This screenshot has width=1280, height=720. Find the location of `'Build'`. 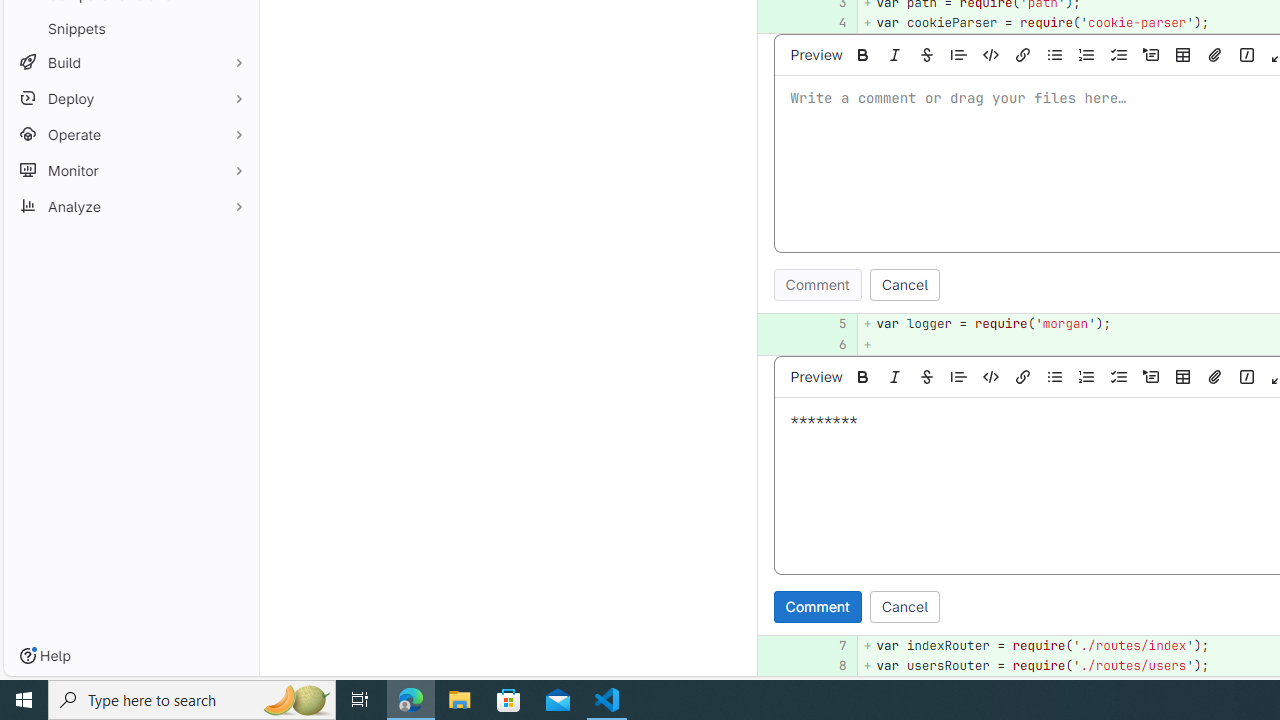

'Build' is located at coordinates (130, 61).